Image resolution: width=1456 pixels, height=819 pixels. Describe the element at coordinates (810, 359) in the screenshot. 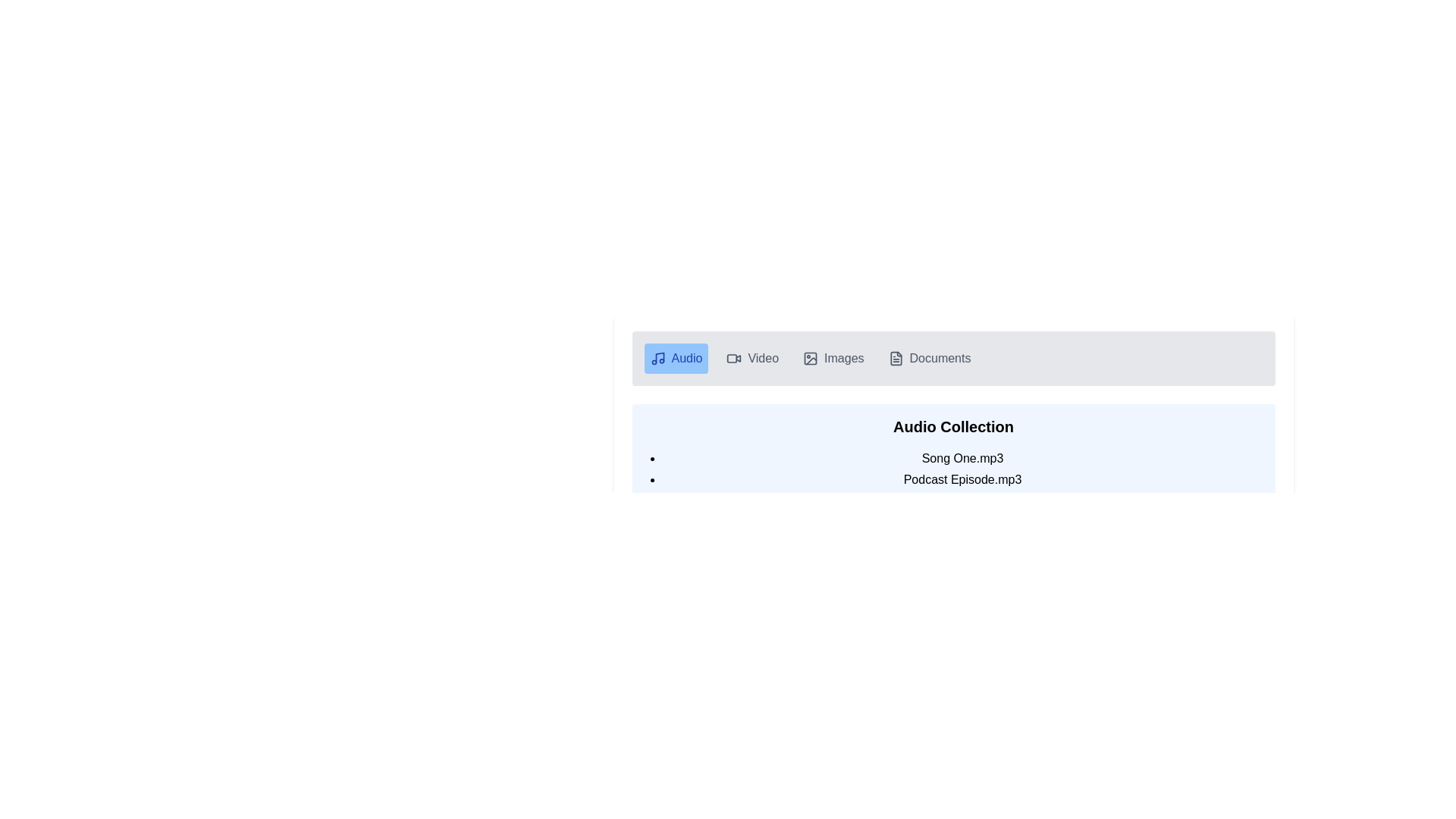

I see `the SVG icon representing the 'Images' section in the navigation bar, which features a rectangle with rounded corners and a circular shape` at that location.